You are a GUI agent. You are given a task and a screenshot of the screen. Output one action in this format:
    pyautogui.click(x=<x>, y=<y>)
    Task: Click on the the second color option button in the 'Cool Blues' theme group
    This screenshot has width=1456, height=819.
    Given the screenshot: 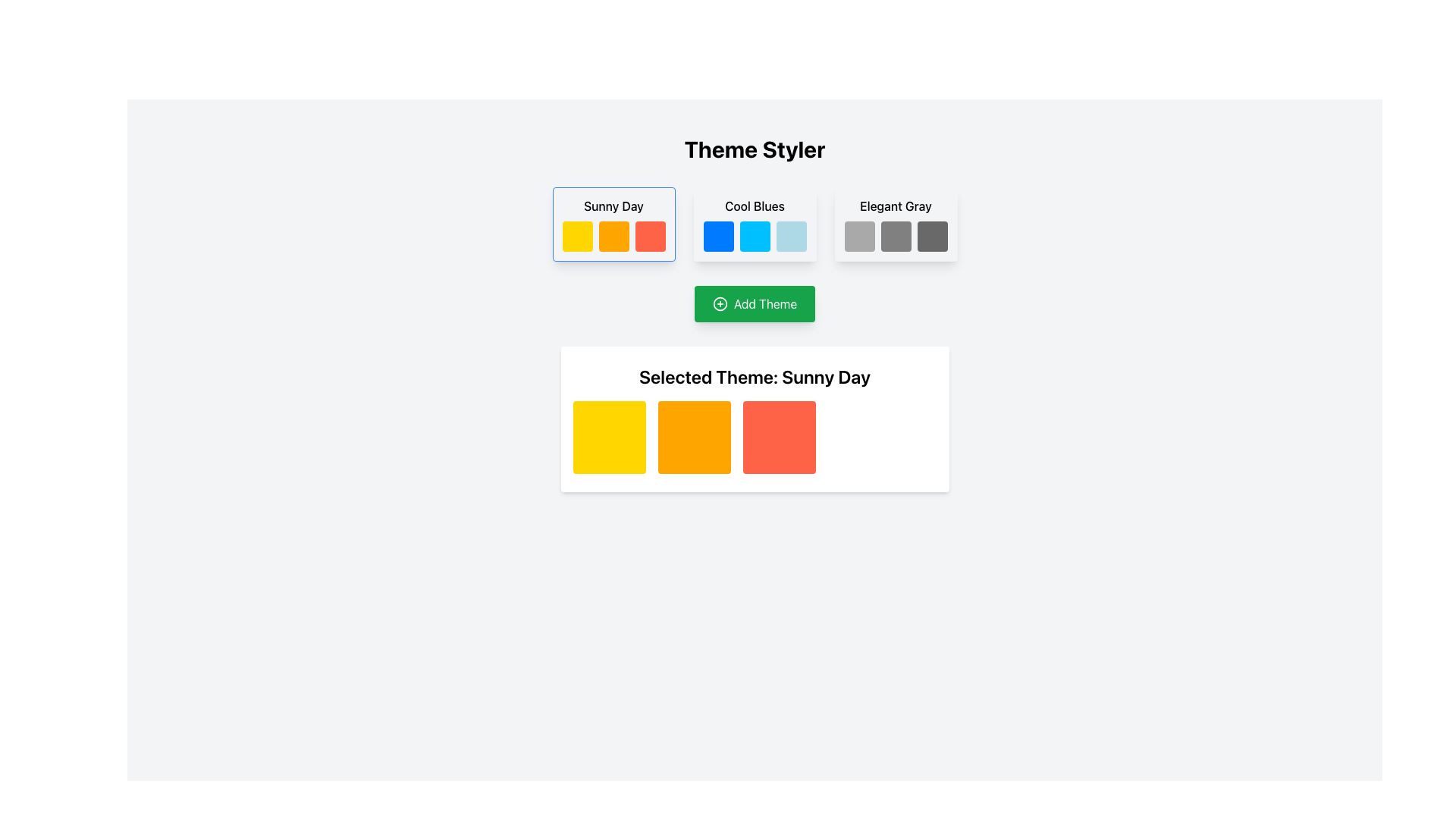 What is the action you would take?
    pyautogui.click(x=755, y=224)
    